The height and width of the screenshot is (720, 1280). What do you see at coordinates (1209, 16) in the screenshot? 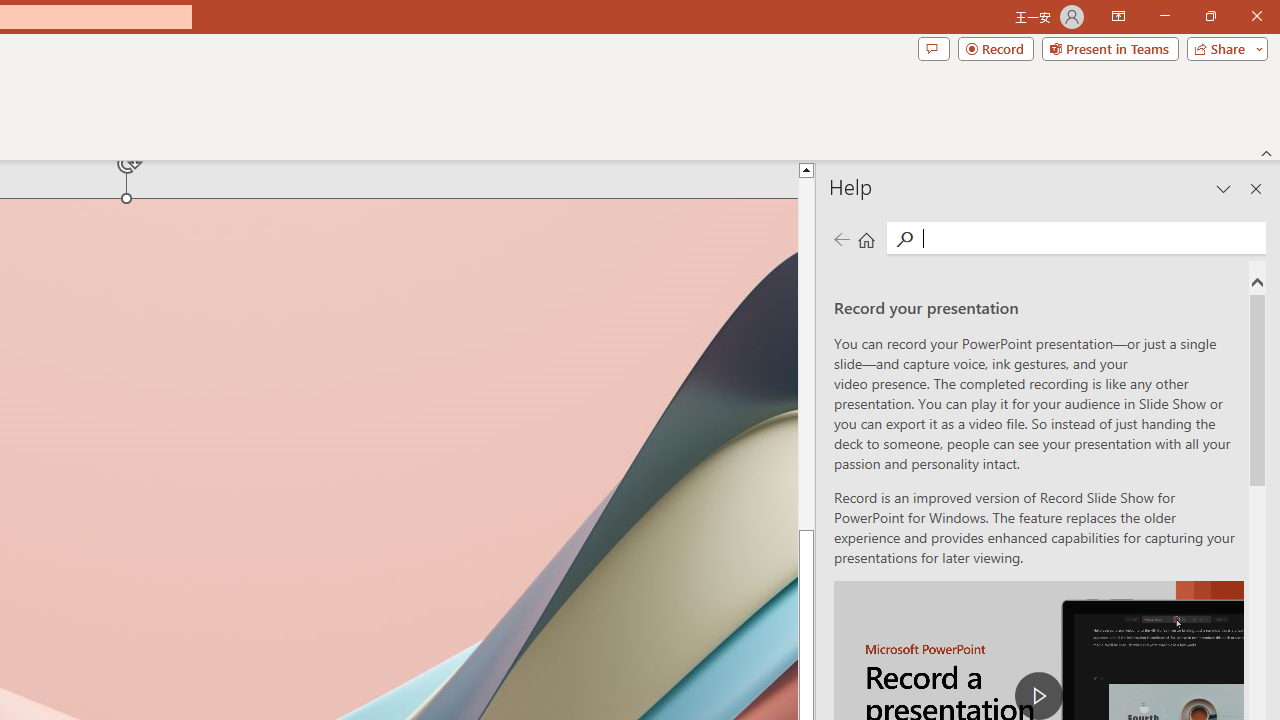
I see `'Restore Down'` at bounding box center [1209, 16].